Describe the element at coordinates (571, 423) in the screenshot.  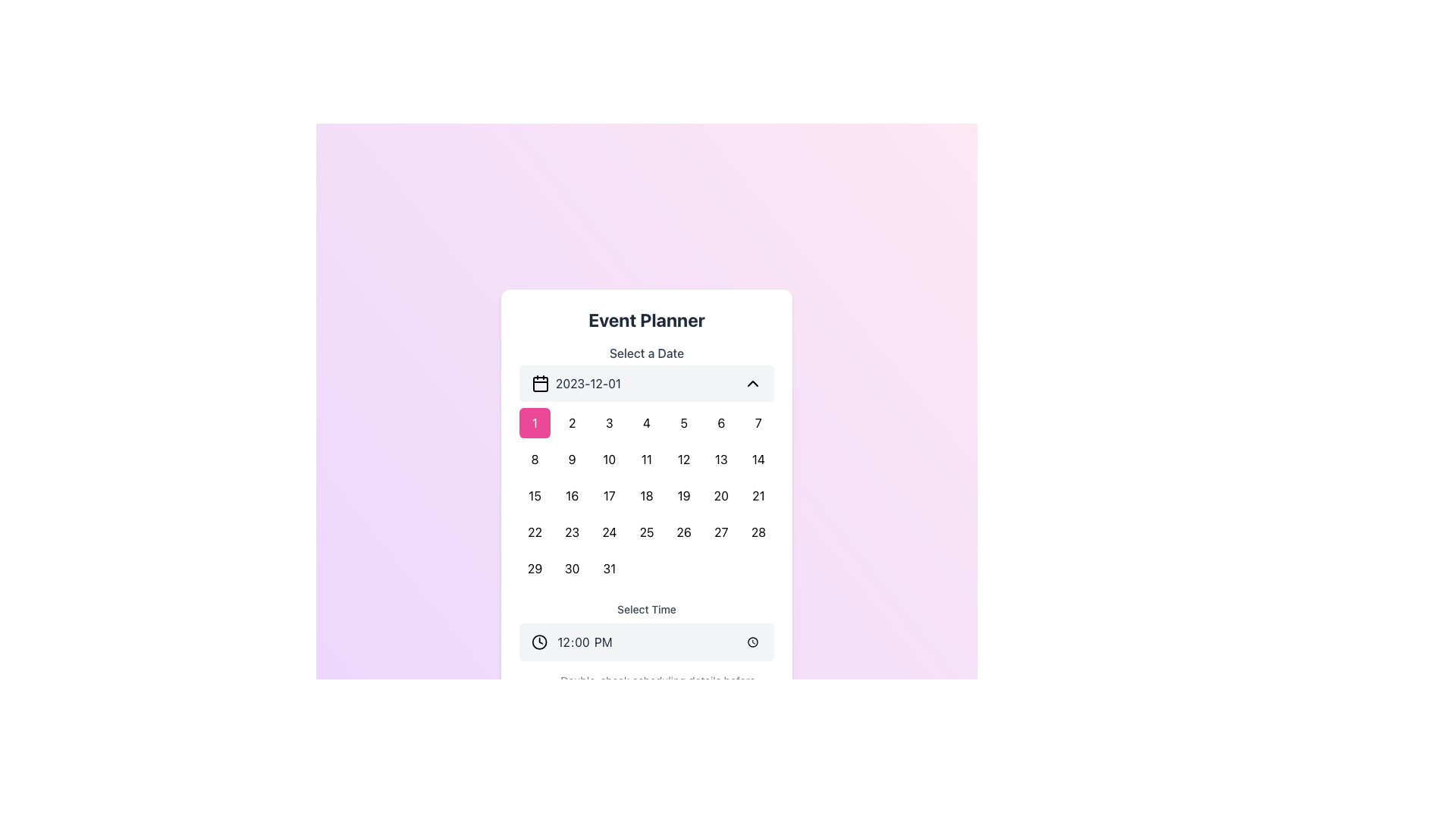
I see `the selectable date button for the 2nd day in the calendar grid to observe the hover effect` at that location.